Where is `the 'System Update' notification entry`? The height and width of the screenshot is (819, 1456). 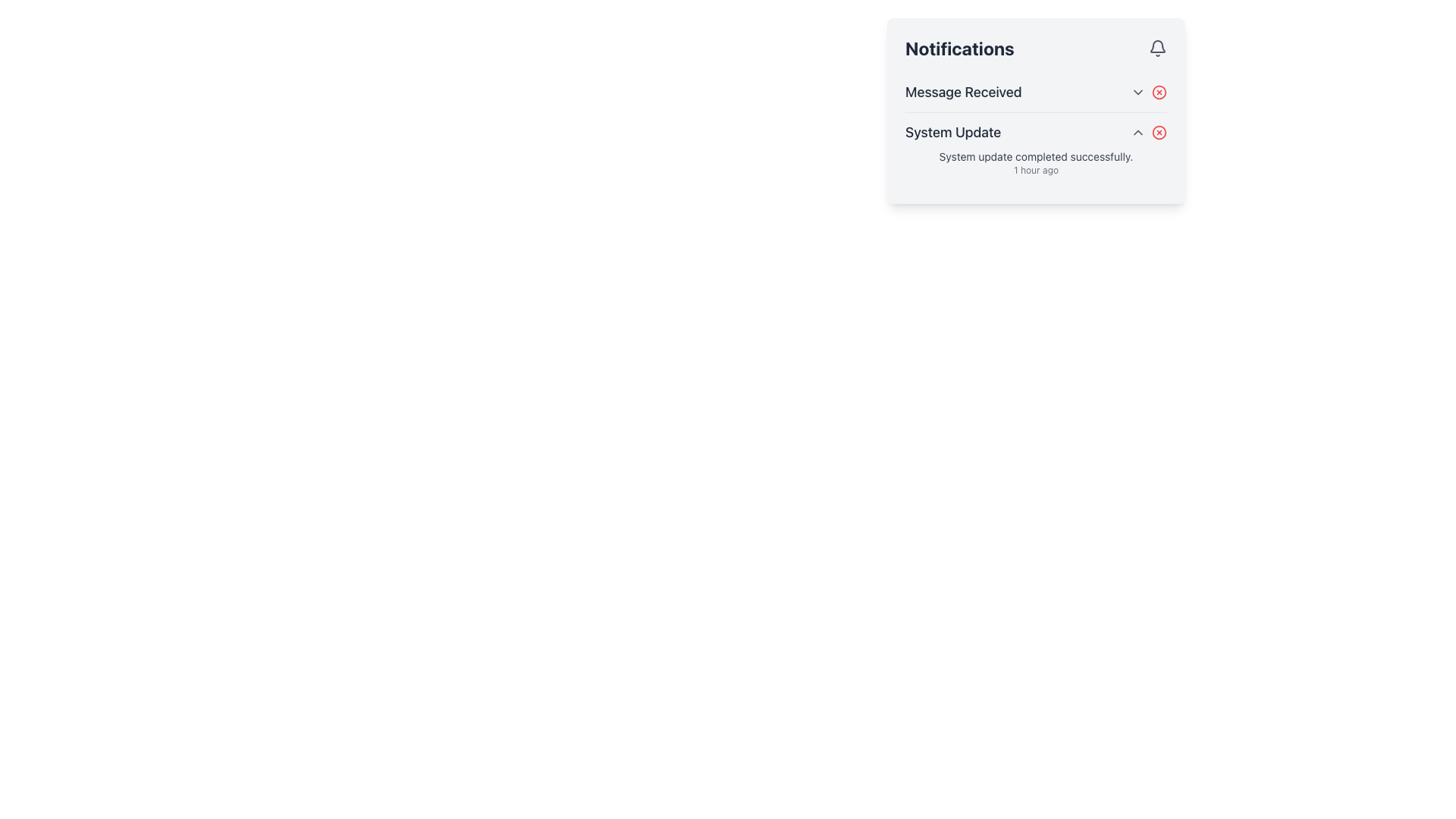 the 'System Update' notification entry is located at coordinates (1035, 128).